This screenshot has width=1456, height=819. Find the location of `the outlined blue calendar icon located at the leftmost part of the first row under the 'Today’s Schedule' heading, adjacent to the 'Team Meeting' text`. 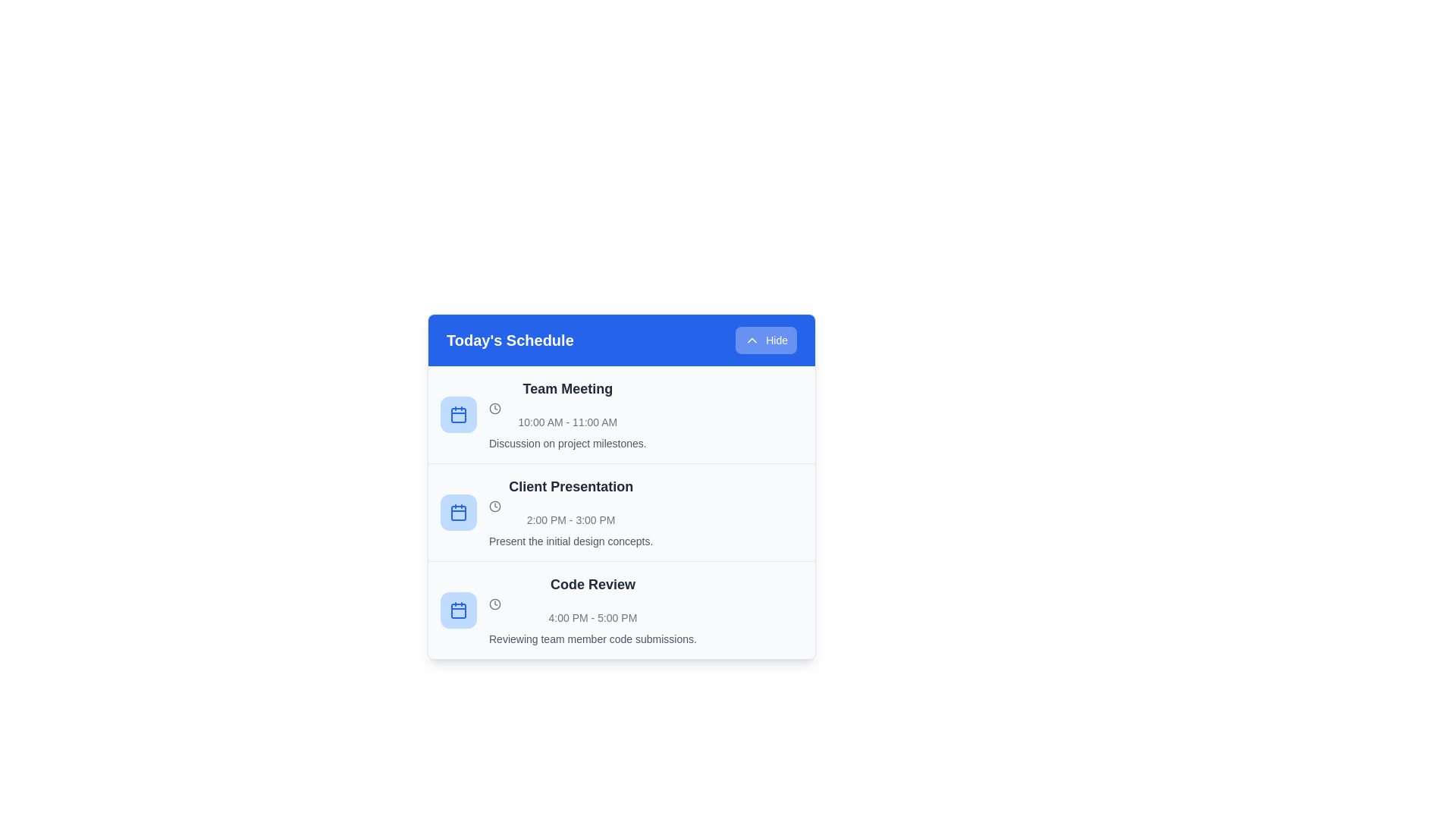

the outlined blue calendar icon located at the leftmost part of the first row under the 'Today’s Schedule' heading, adjacent to the 'Team Meeting' text is located at coordinates (457, 415).